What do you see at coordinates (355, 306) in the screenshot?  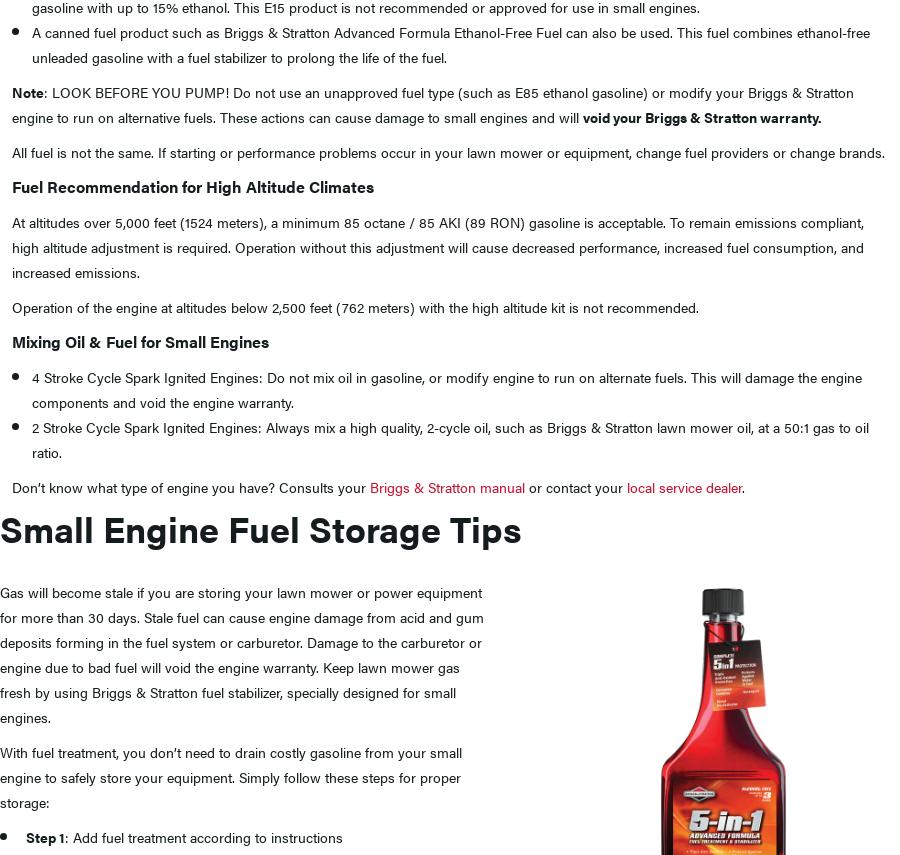 I see `'Operation of the engine at altitudes below 2,500 feet (762 meters) with the high altitude kit is not recommended.'` at bounding box center [355, 306].